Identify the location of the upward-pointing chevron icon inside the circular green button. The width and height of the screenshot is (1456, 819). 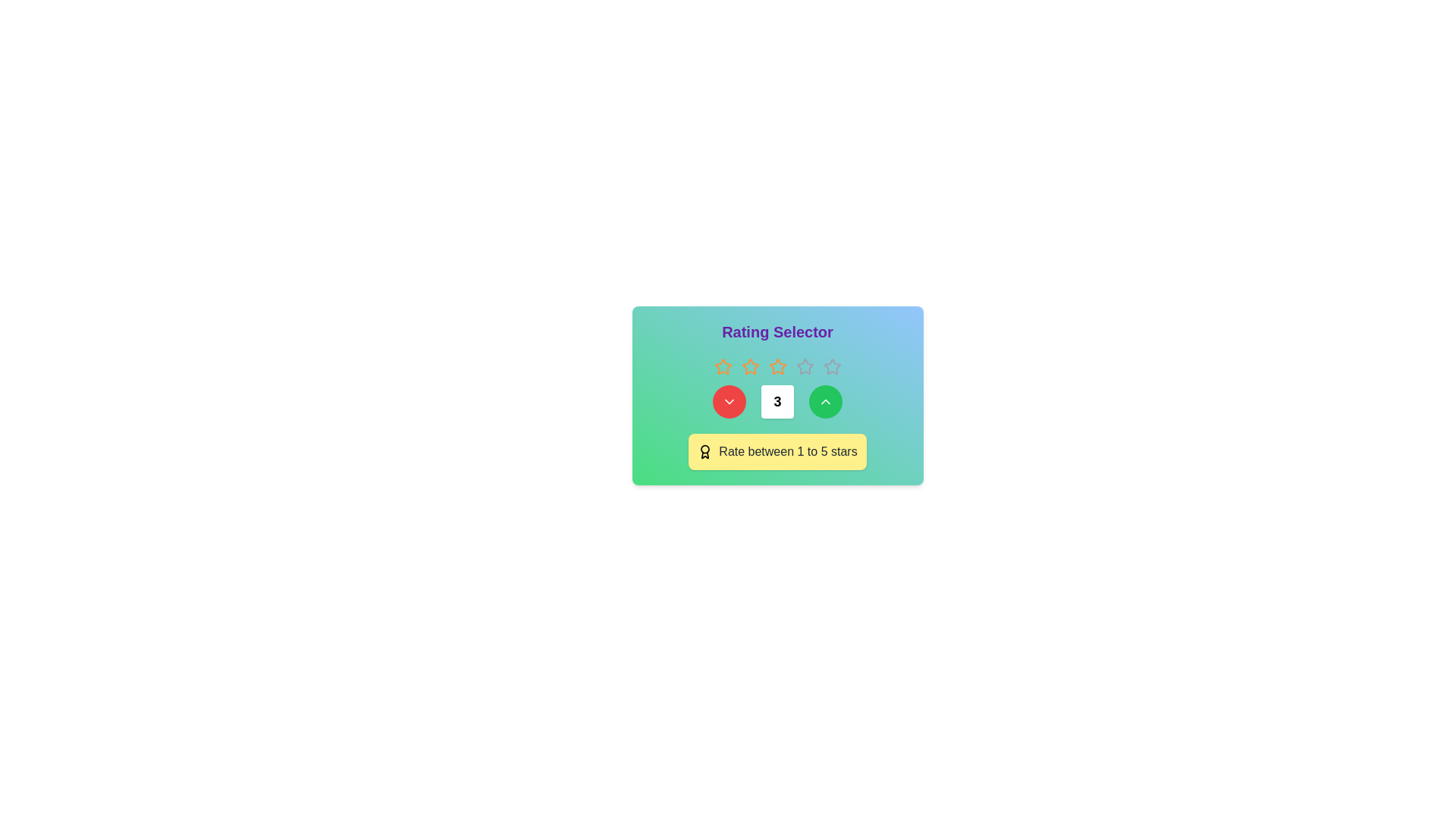
(824, 400).